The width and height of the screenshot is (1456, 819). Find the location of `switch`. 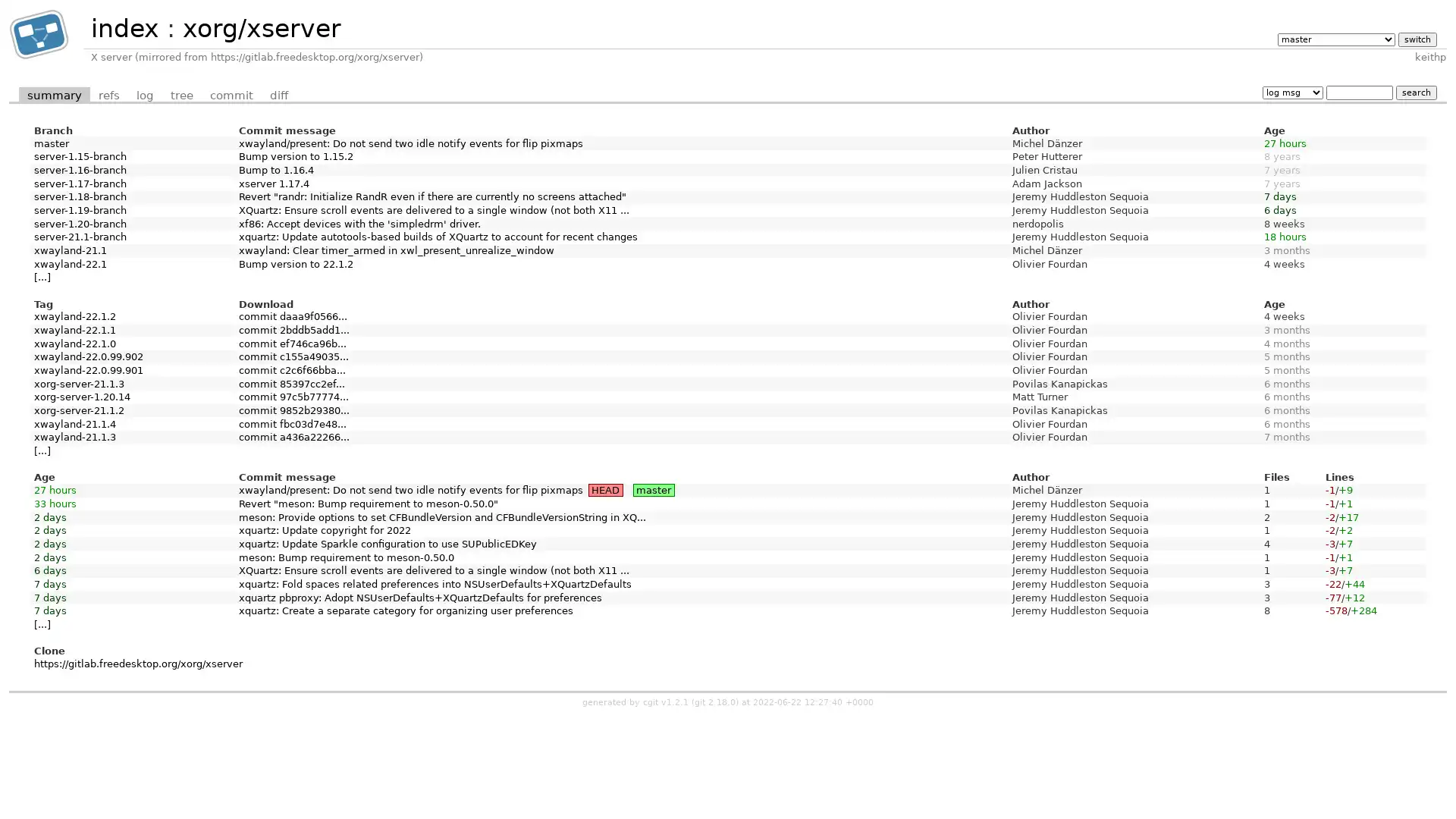

switch is located at coordinates (1416, 38).